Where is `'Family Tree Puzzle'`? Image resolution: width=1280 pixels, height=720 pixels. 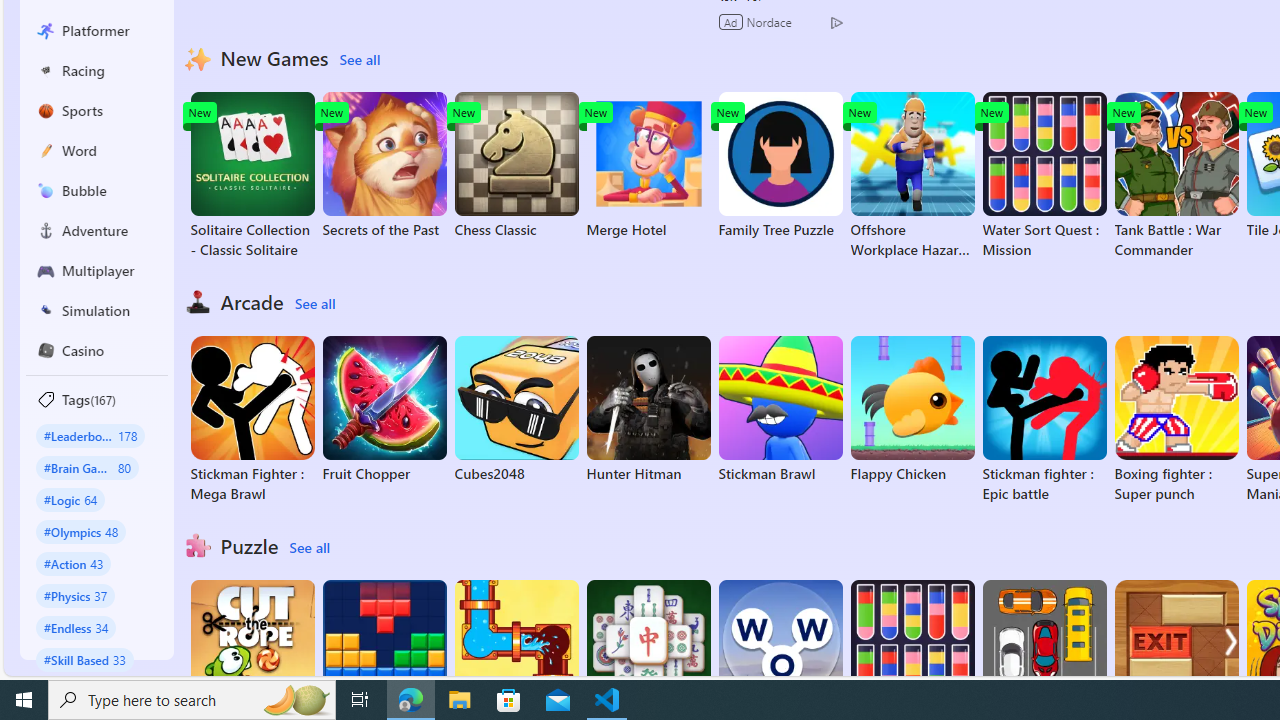 'Family Tree Puzzle' is located at coordinates (779, 164).